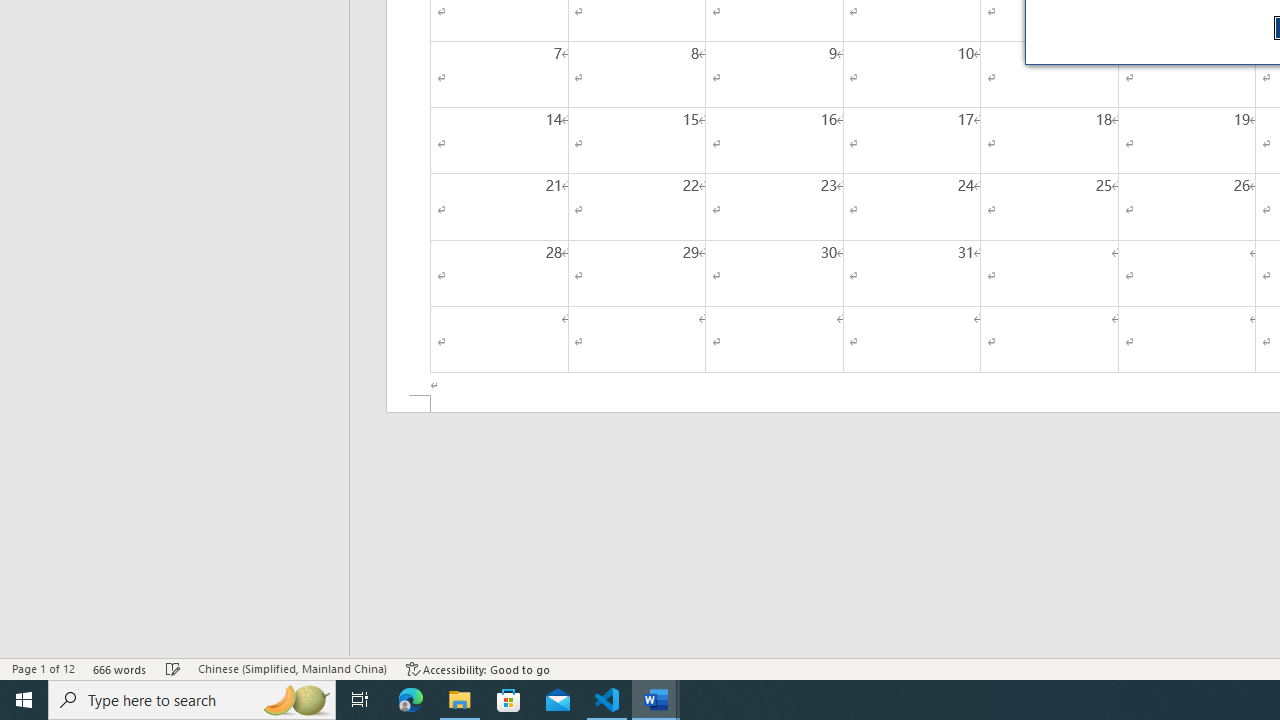 The width and height of the screenshot is (1280, 720). Describe the element at coordinates (173, 669) in the screenshot. I see `'Spelling and Grammar Check Checking'` at that location.